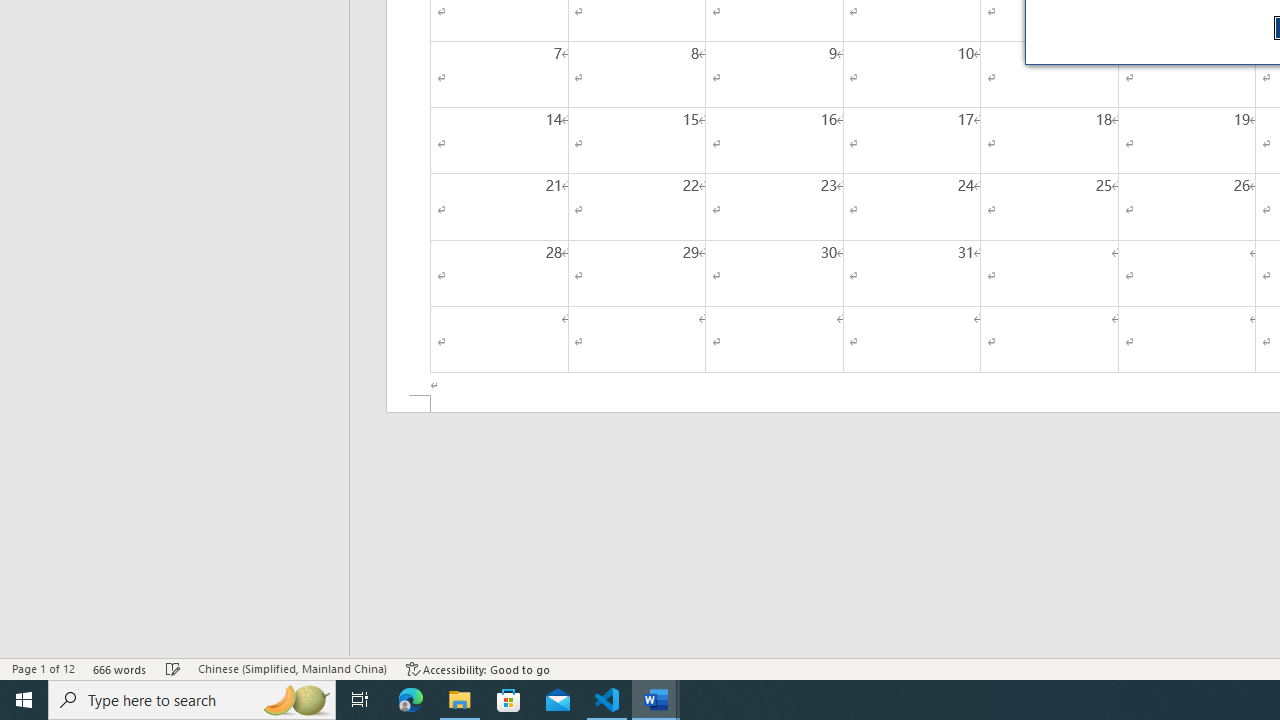 The width and height of the screenshot is (1280, 720). Describe the element at coordinates (173, 669) in the screenshot. I see `'Spelling and Grammar Check Checking'` at that location.